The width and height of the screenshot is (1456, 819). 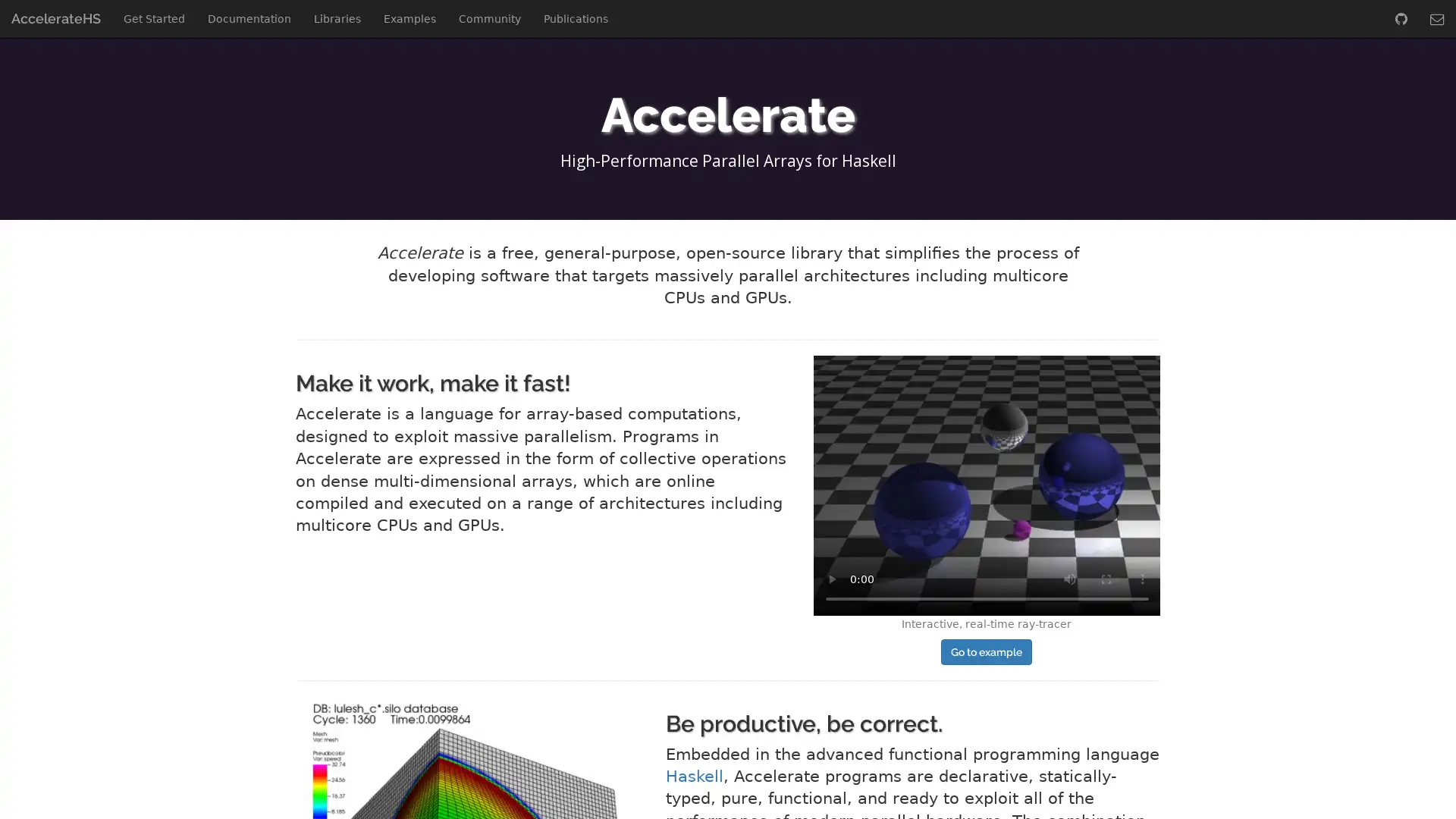 I want to click on show more media controls, so click(x=1142, y=579).